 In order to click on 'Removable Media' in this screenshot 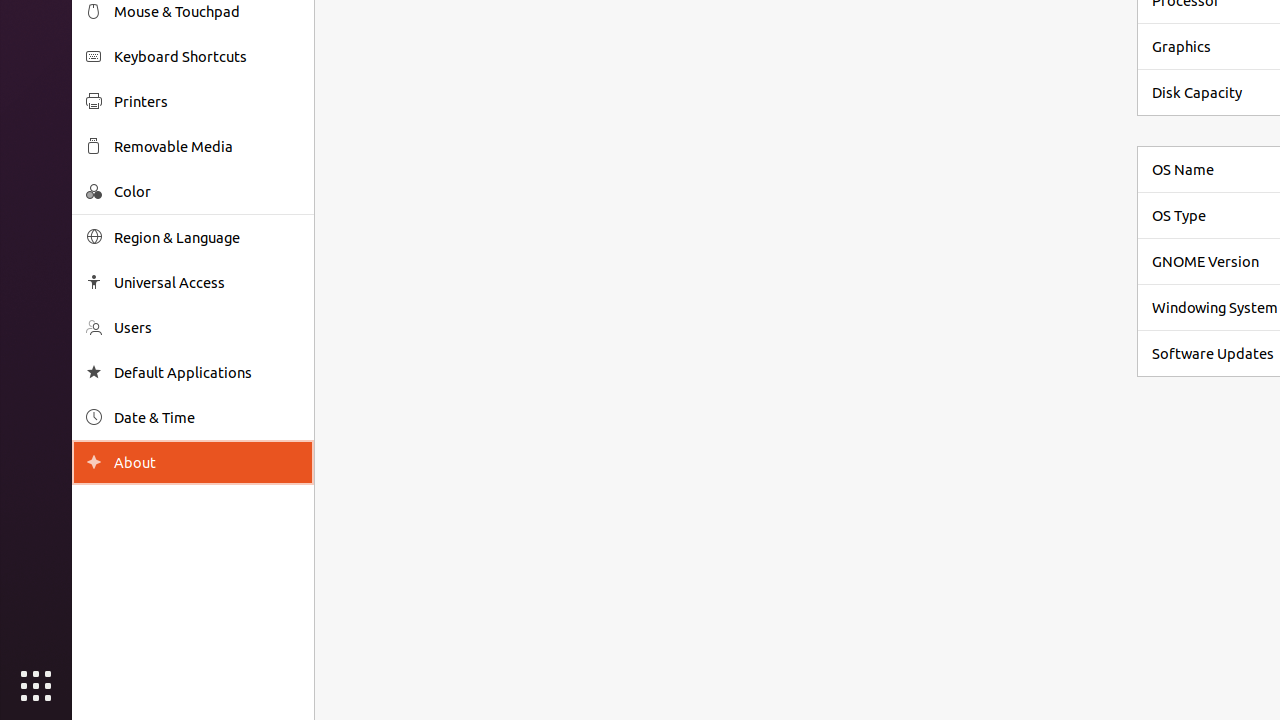, I will do `click(206, 145)`.